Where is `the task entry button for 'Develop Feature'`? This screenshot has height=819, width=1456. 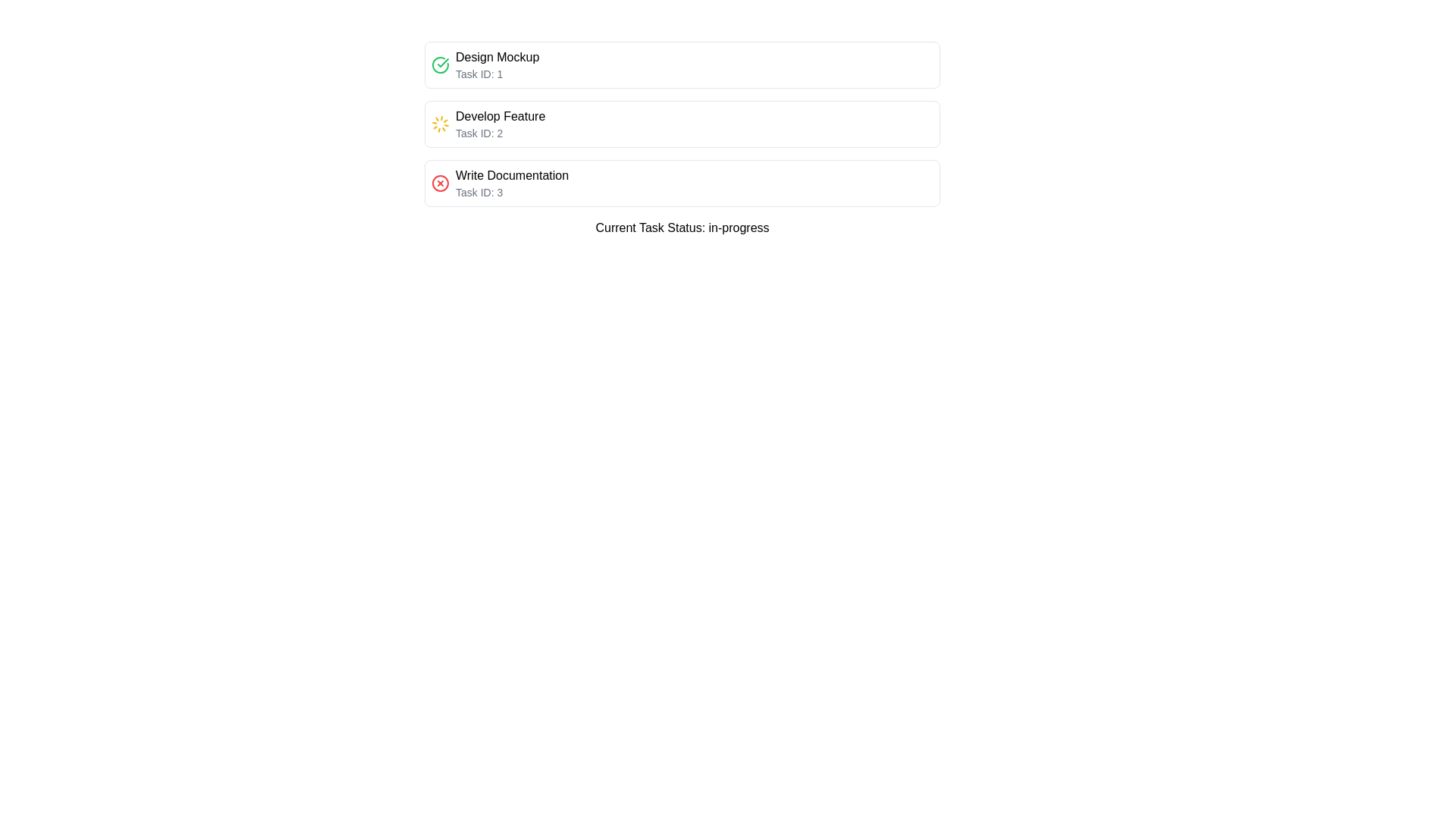
the task entry button for 'Develop Feature' is located at coordinates (682, 124).